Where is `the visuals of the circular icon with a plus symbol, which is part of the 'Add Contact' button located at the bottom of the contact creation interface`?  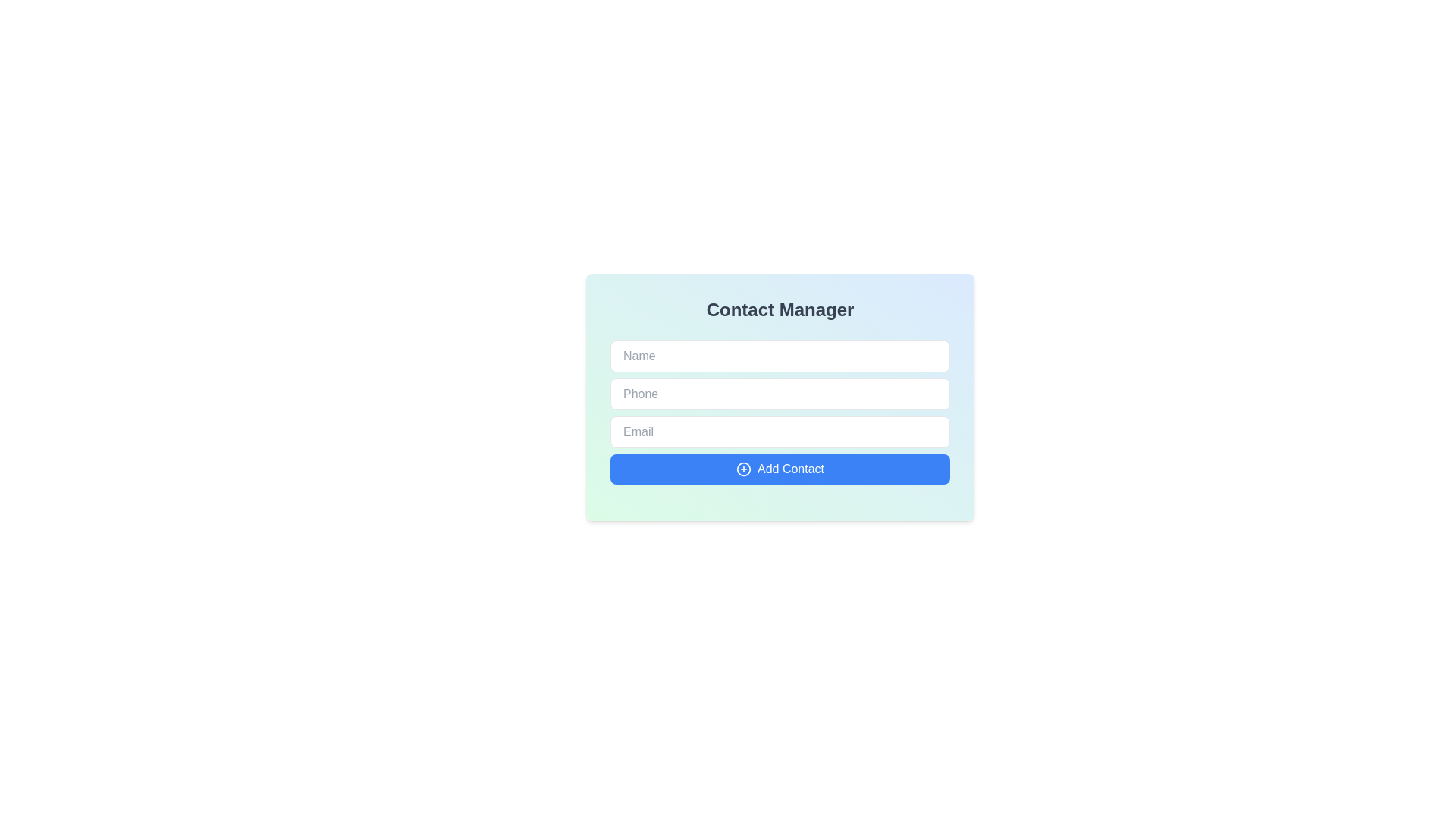 the visuals of the circular icon with a plus symbol, which is part of the 'Add Contact' button located at the bottom of the contact creation interface is located at coordinates (743, 468).